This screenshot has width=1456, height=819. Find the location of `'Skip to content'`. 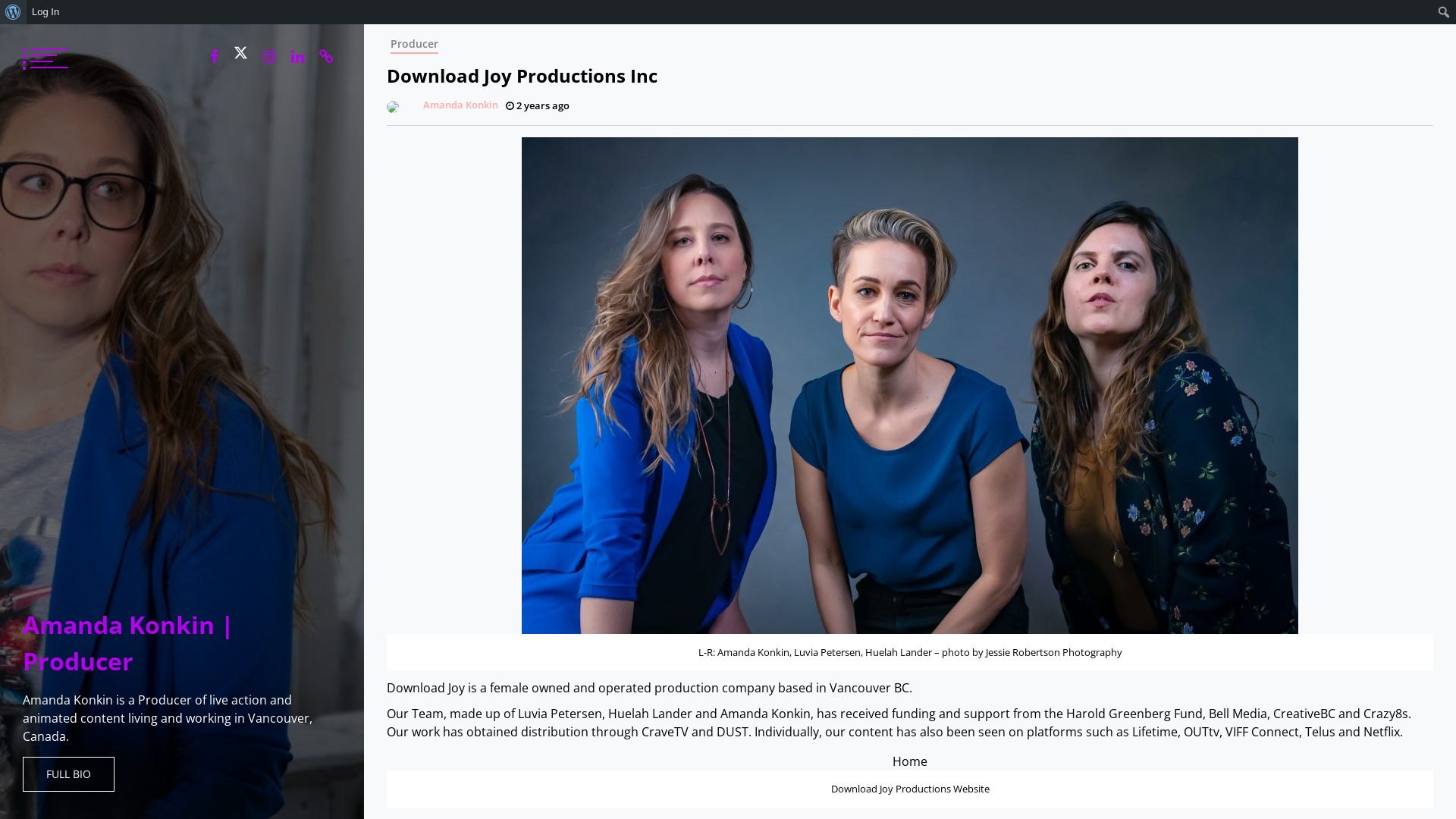

'Skip to content' is located at coordinates (362, 24).